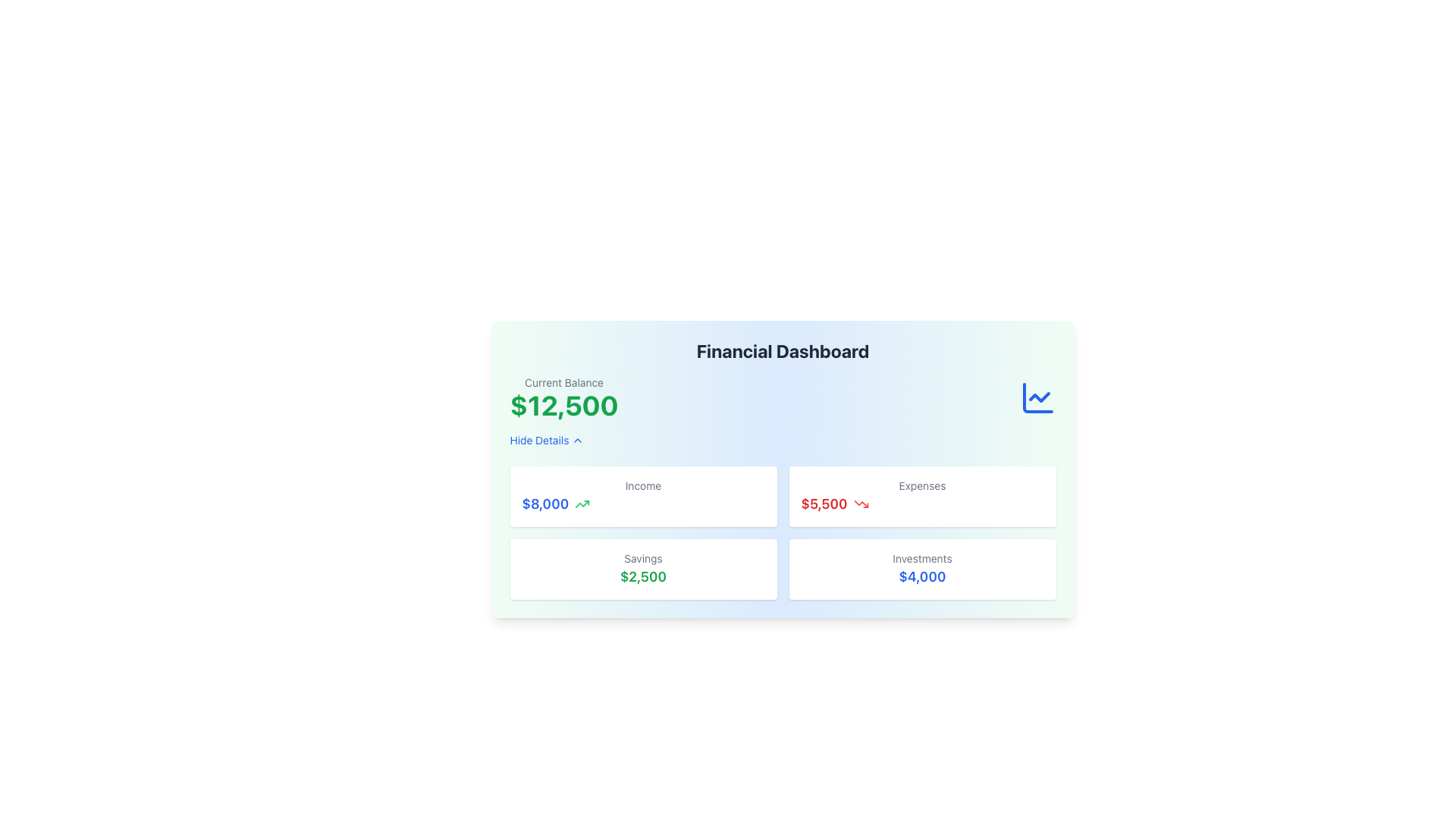 This screenshot has width=1456, height=819. I want to click on the downward-pointing red arrow icon representing a decrease in the 'Expenses' section of the financial dashboard, located immediately to the right of the '$5,500' text, so click(861, 504).